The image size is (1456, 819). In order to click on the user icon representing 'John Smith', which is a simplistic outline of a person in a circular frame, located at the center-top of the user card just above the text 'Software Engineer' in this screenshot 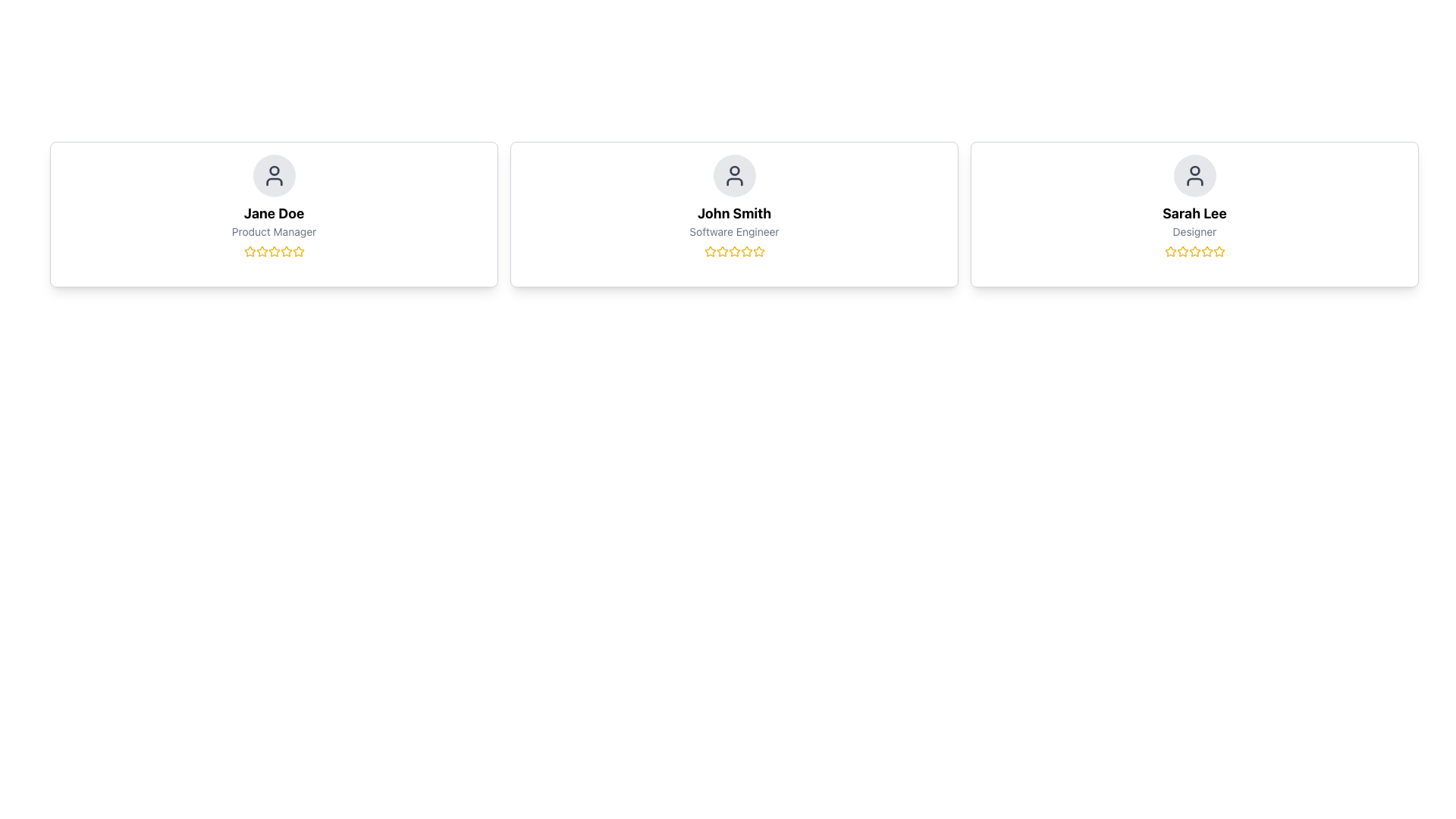, I will do `click(274, 174)`.